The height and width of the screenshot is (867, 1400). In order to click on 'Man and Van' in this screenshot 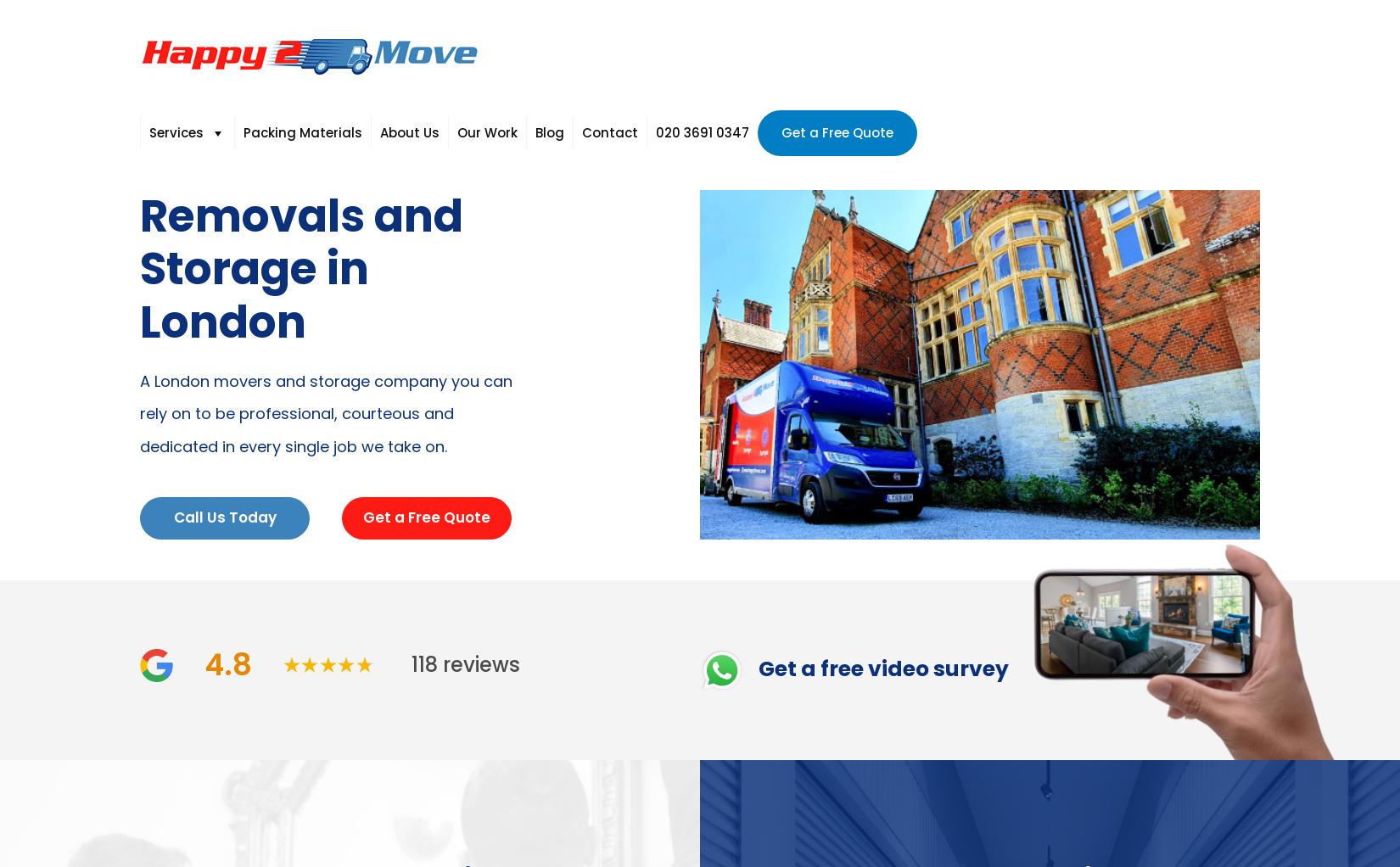, I will do `click(189, 202)`.